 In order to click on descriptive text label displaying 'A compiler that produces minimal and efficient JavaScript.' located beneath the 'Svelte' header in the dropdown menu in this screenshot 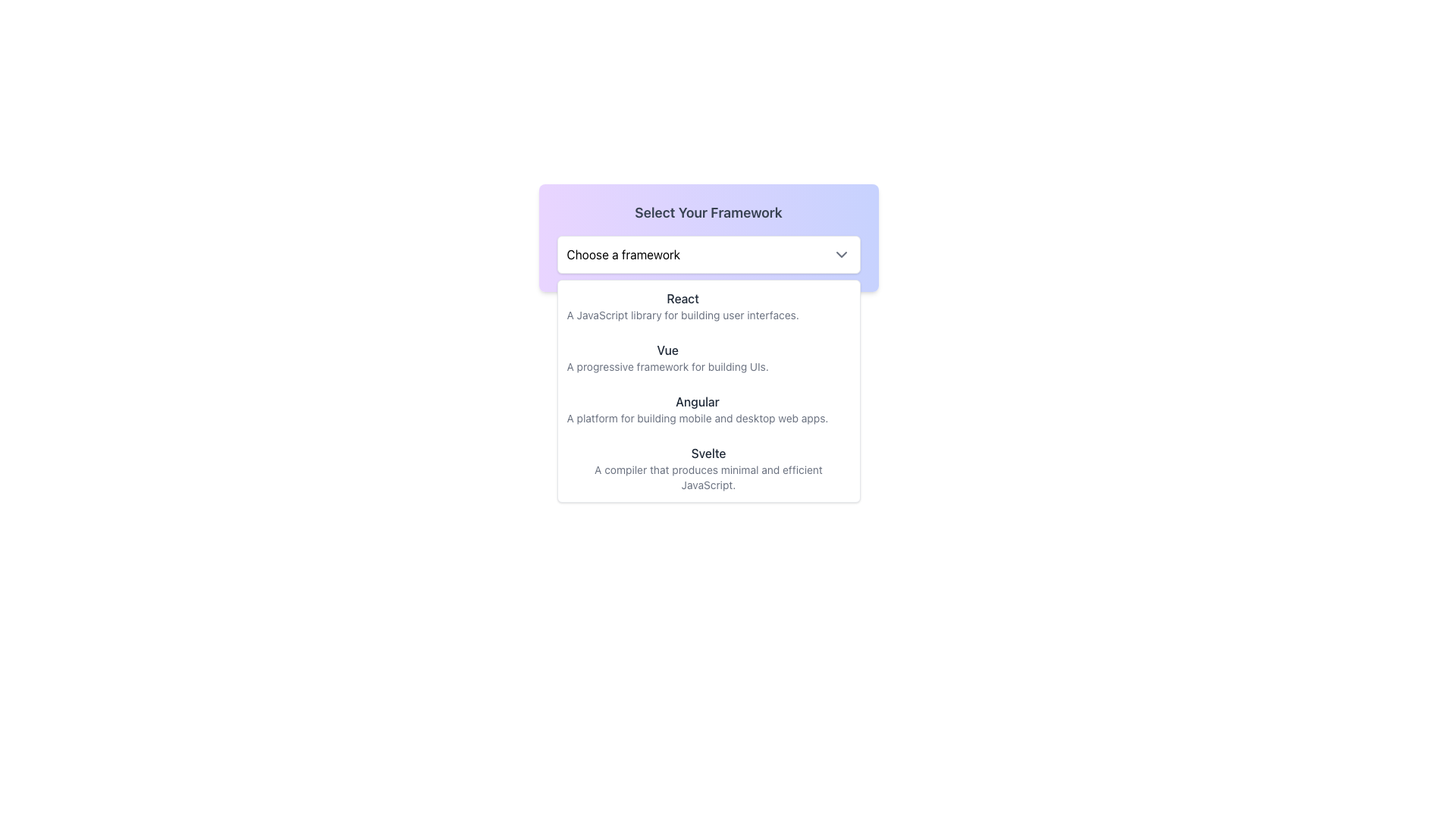, I will do `click(708, 476)`.